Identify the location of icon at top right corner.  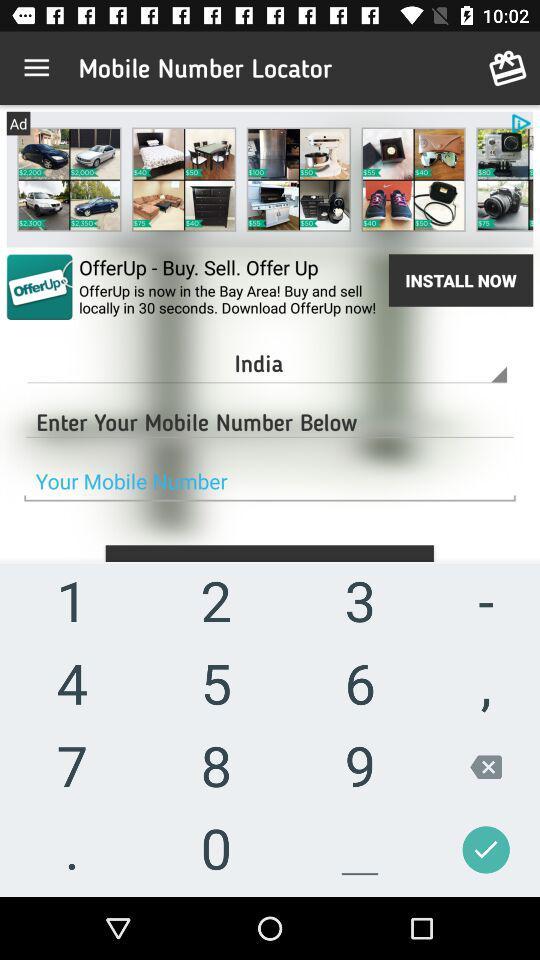
(508, 68).